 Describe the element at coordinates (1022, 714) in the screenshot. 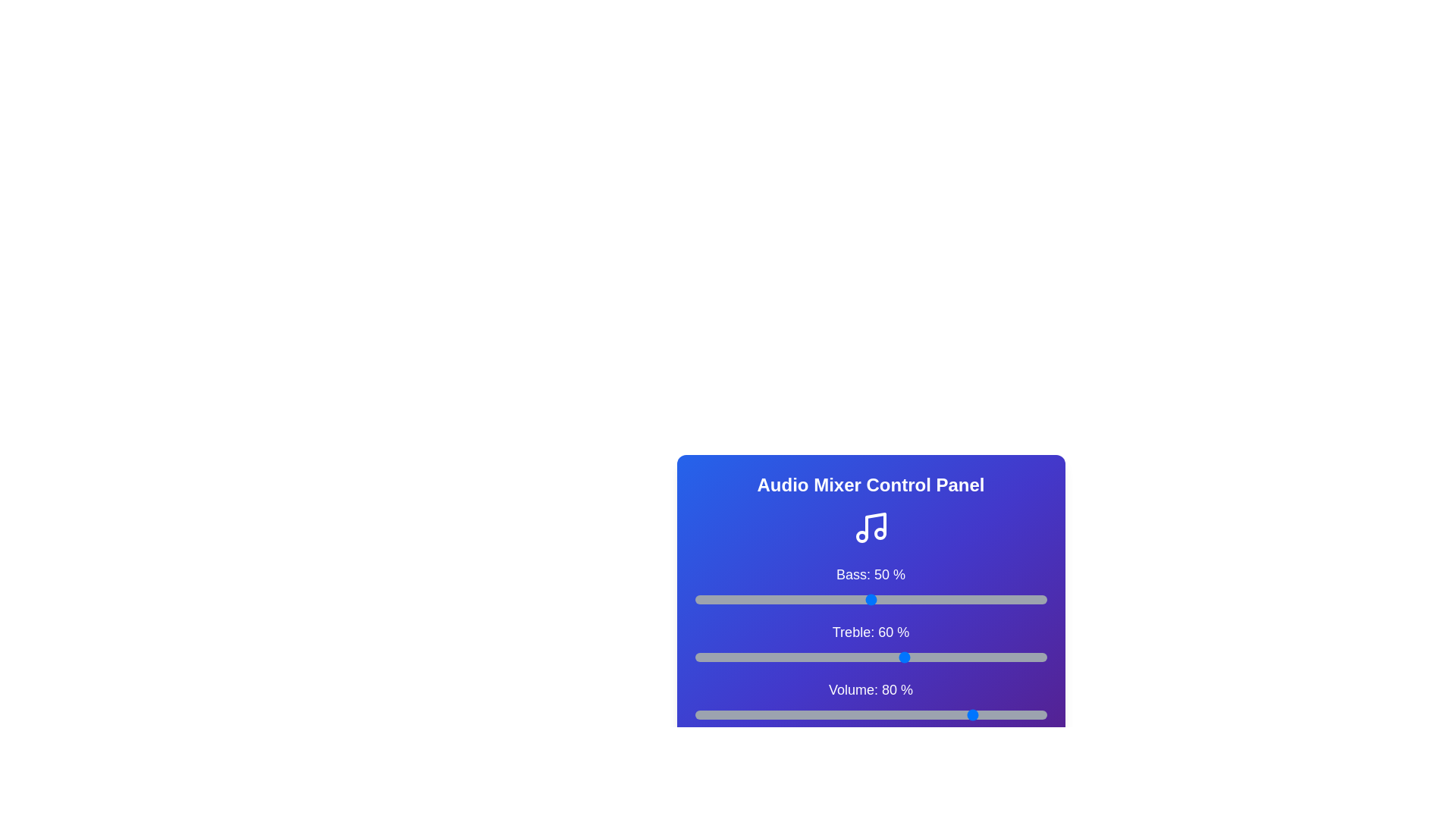

I see `the volume slider to 93%` at that location.